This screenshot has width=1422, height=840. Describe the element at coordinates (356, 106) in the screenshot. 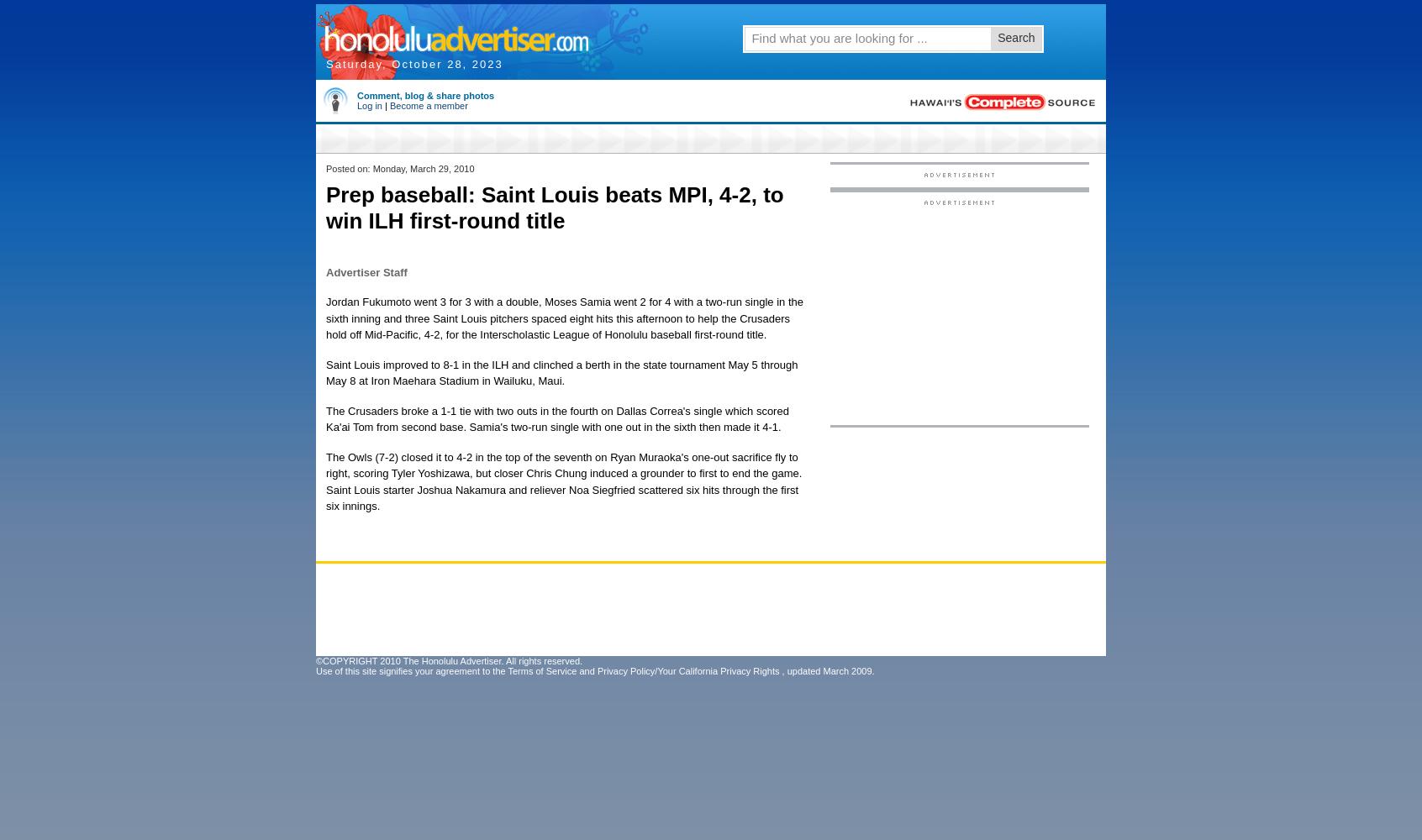

I see `'Log in'` at that location.